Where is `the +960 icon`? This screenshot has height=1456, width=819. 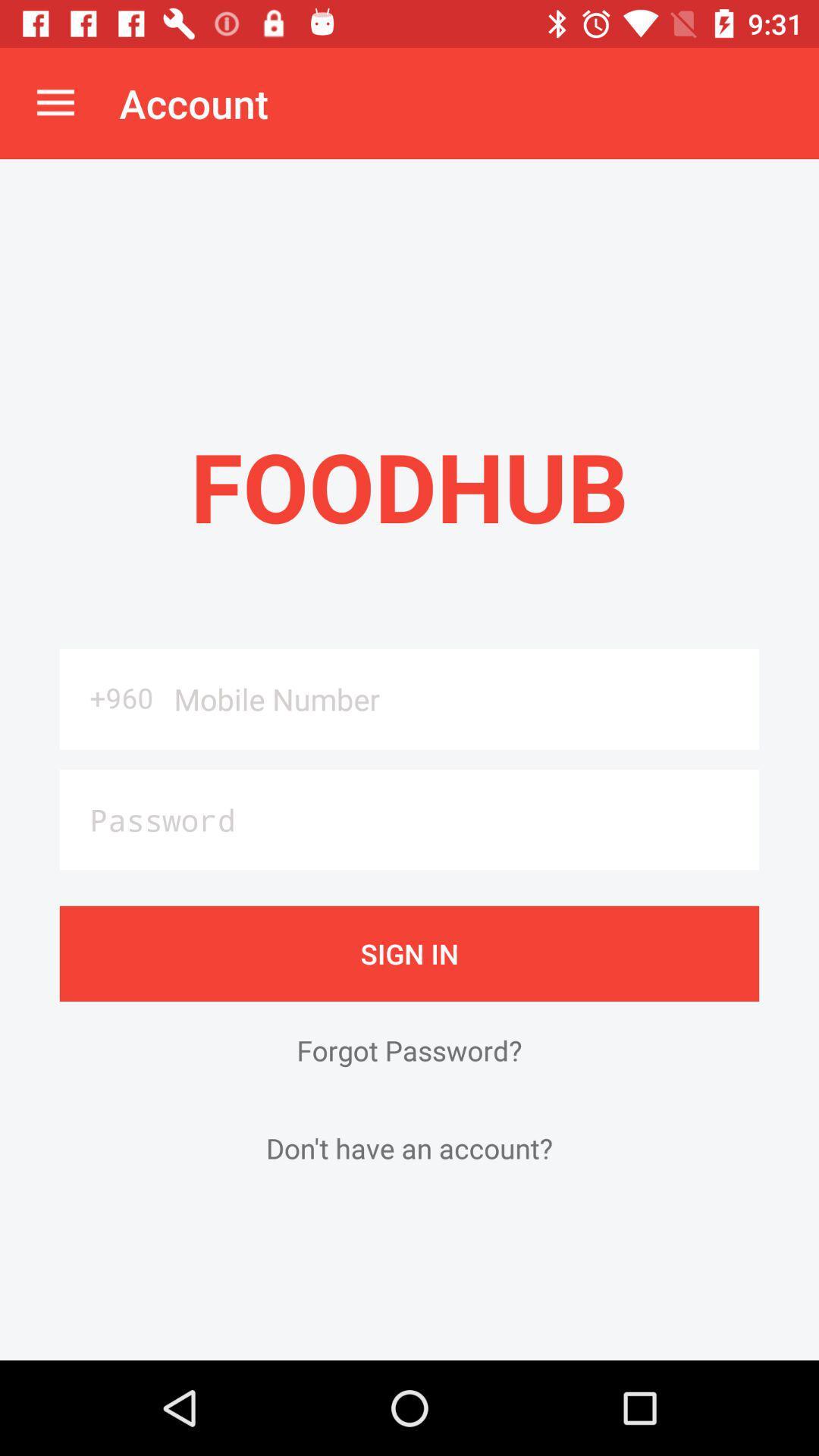 the +960 icon is located at coordinates (111, 697).